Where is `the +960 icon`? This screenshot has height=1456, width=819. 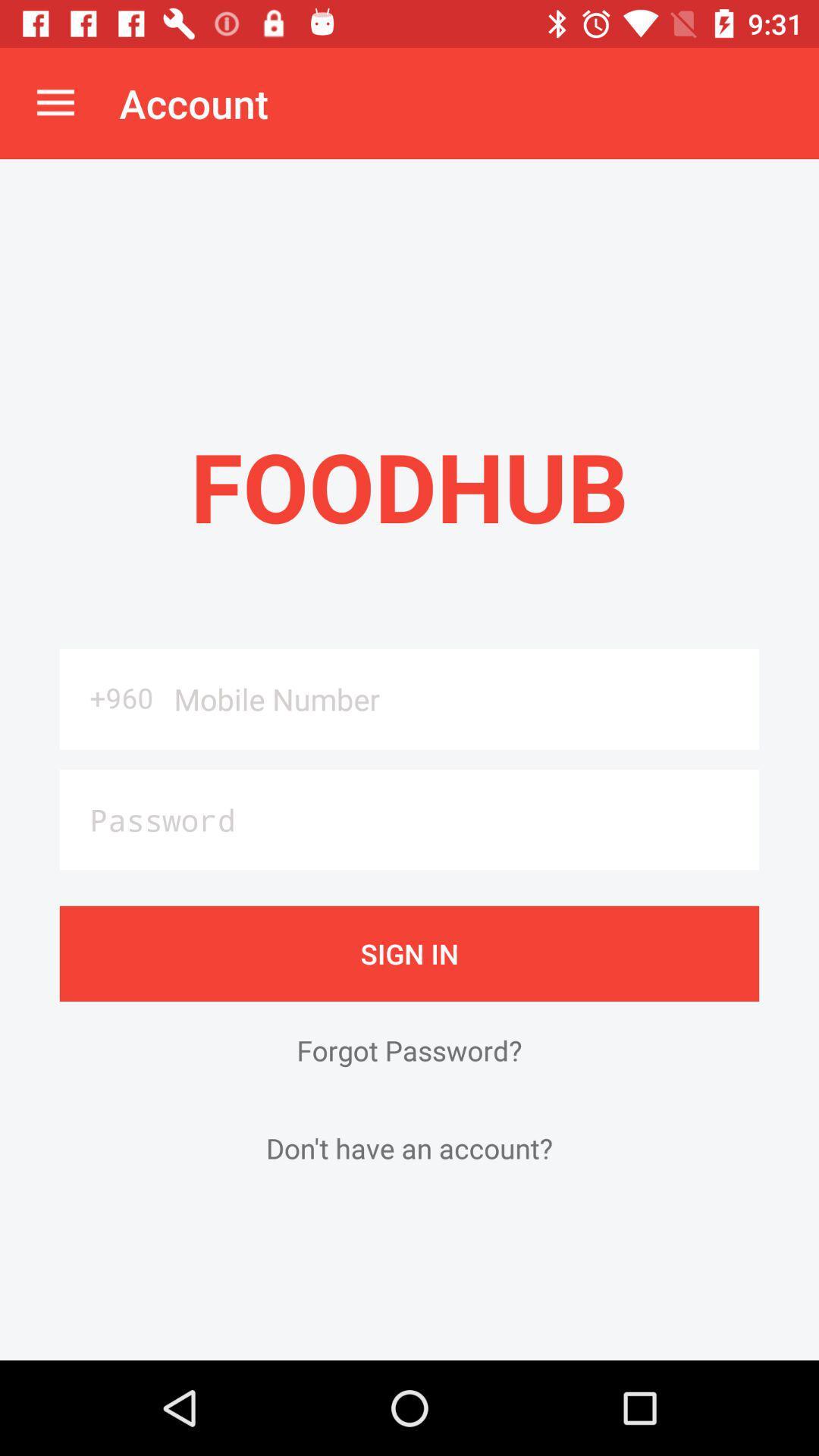 the +960 icon is located at coordinates (111, 697).